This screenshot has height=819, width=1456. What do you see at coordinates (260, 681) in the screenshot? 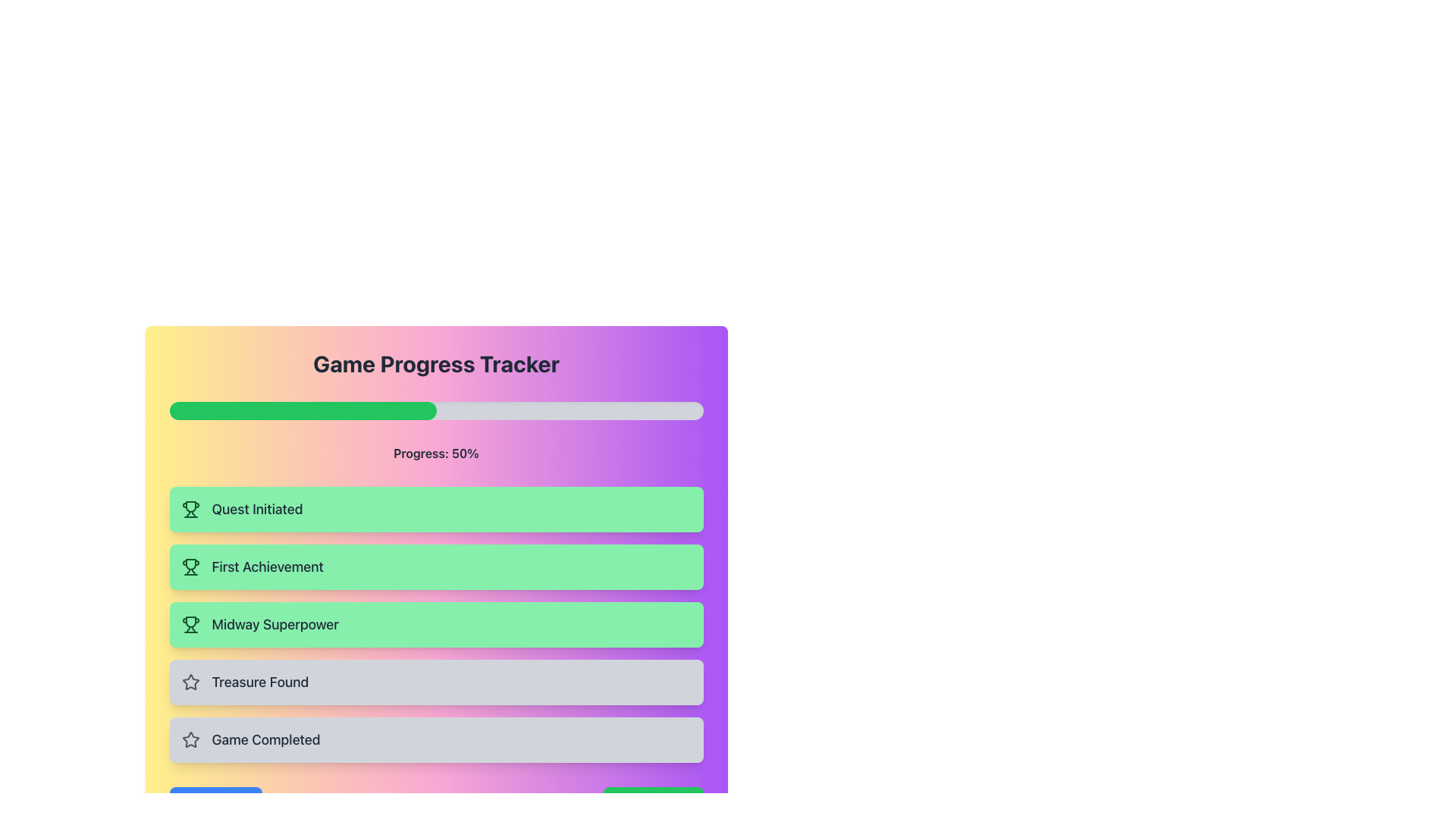
I see `the 'Treasure Found' Text Label, which indicates a milestone in the progression tracker` at bounding box center [260, 681].